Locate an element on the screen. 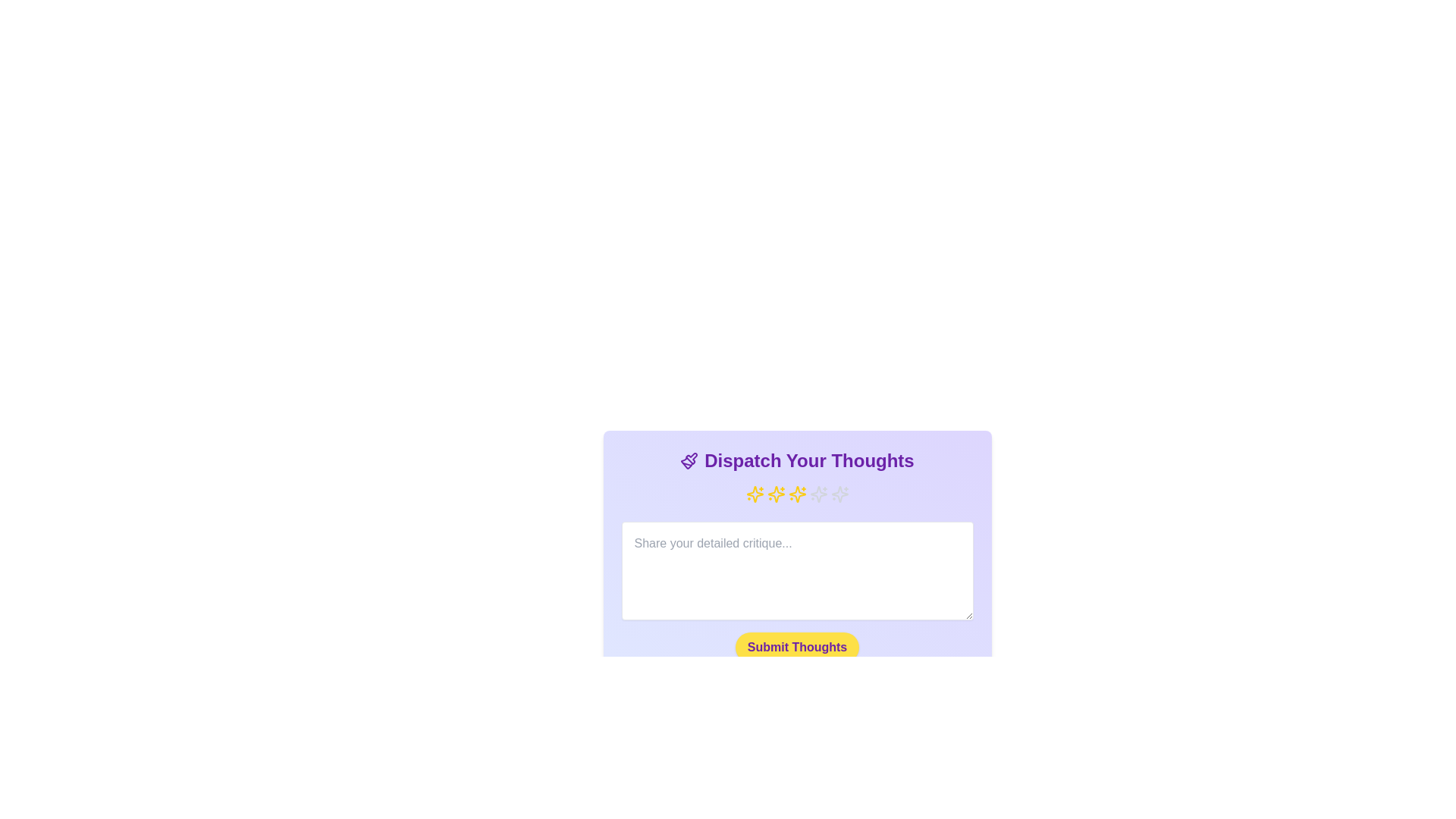  'Submit Thoughts' button to submit the feedback is located at coordinates (796, 647).